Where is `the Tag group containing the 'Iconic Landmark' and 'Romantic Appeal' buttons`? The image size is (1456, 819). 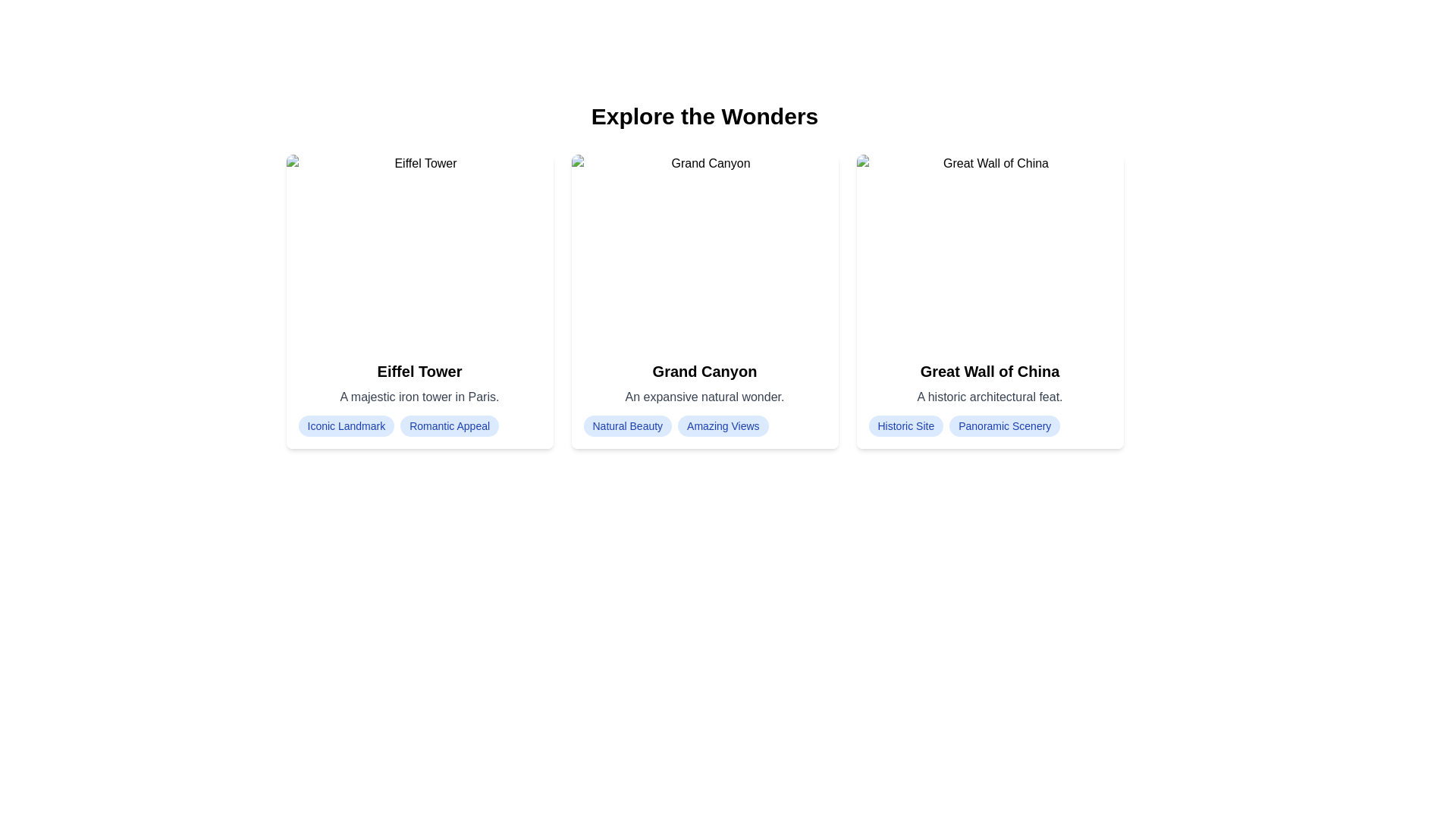 the Tag group containing the 'Iconic Landmark' and 'Romantic Appeal' buttons is located at coordinates (419, 426).